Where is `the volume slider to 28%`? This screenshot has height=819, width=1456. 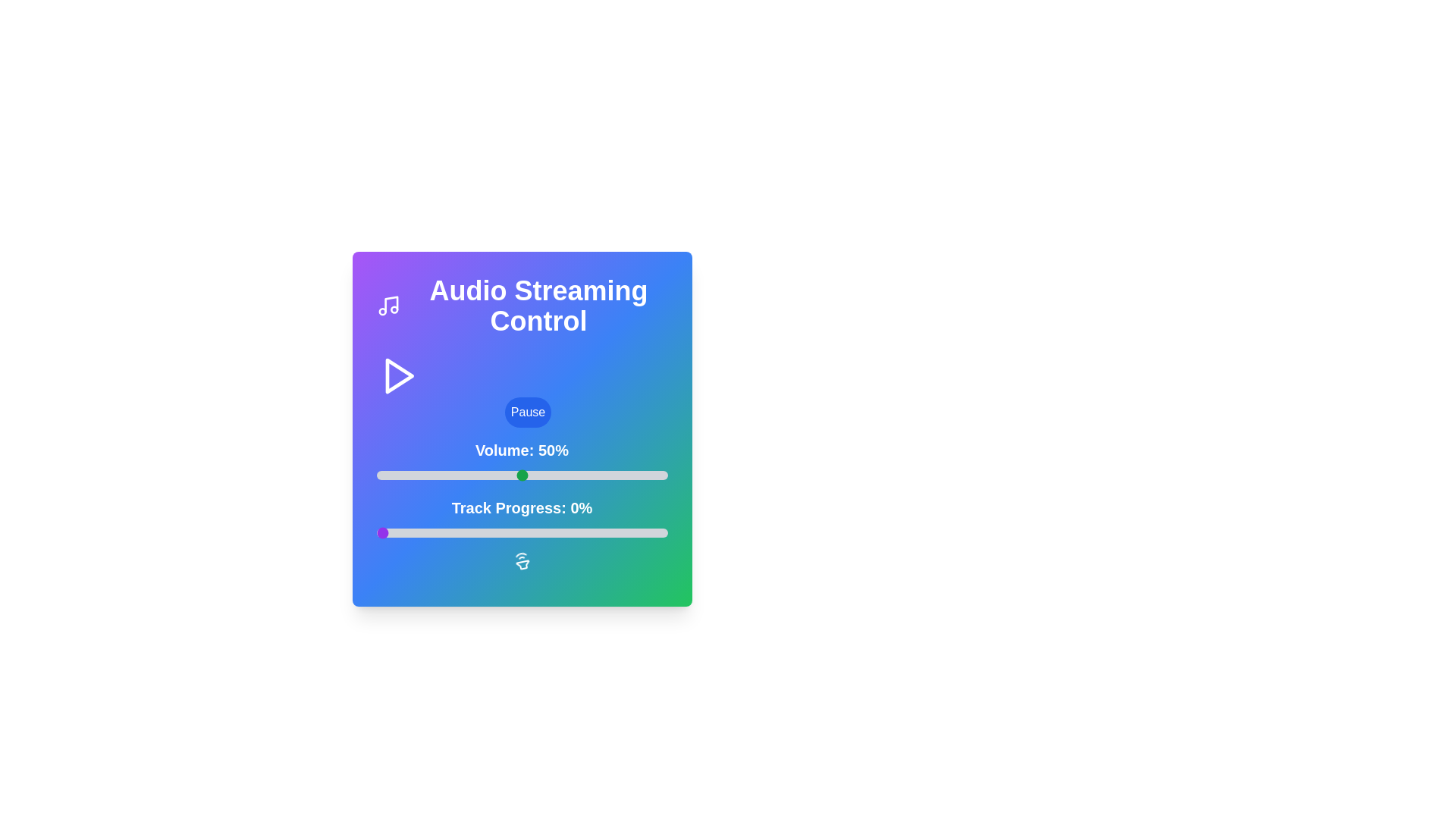
the volume slider to 28% is located at coordinates (457, 475).